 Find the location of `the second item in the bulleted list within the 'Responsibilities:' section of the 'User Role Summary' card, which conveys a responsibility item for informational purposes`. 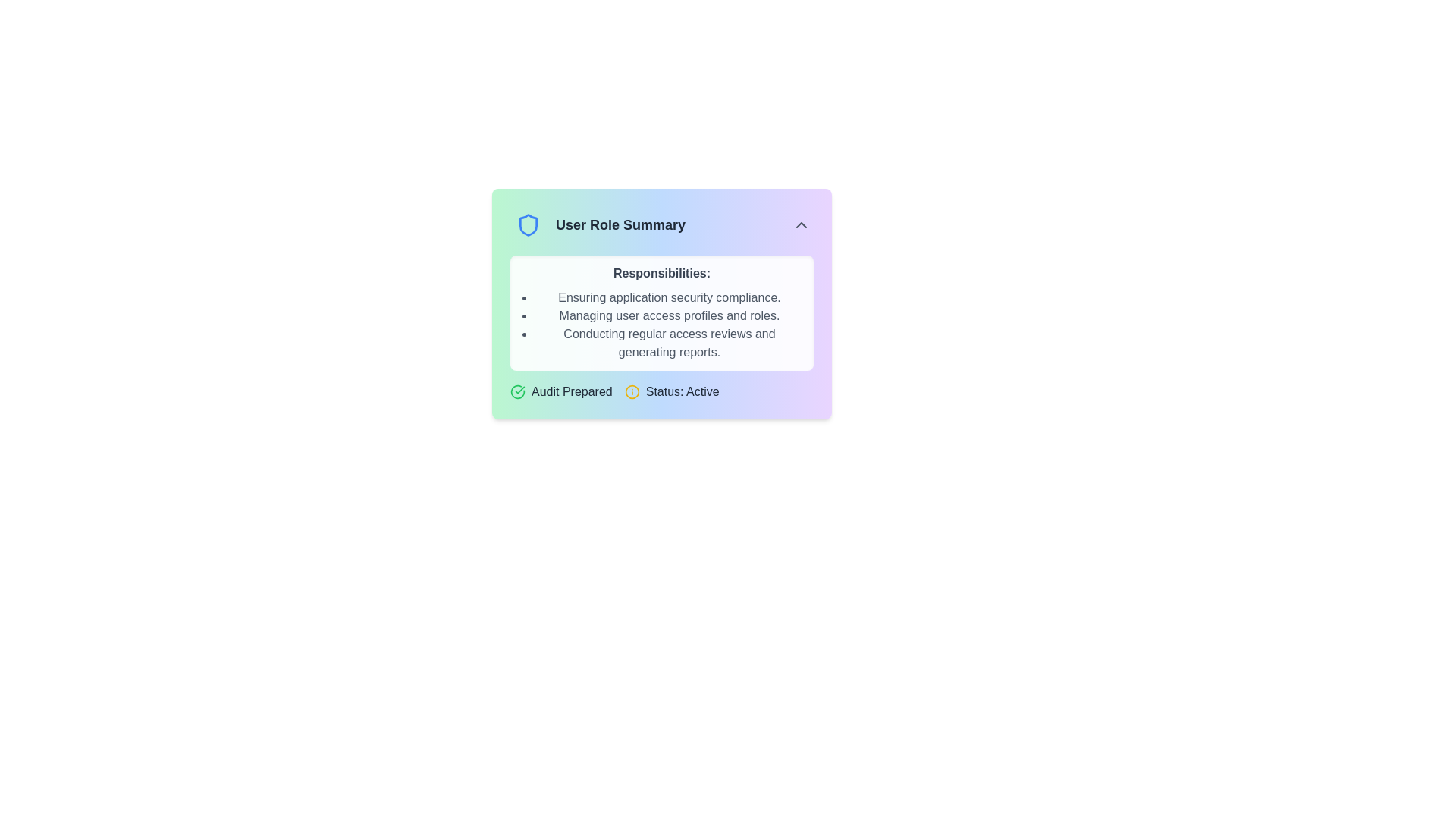

the second item in the bulleted list within the 'Responsibilities:' section of the 'User Role Summary' card, which conveys a responsibility item for informational purposes is located at coordinates (669, 315).